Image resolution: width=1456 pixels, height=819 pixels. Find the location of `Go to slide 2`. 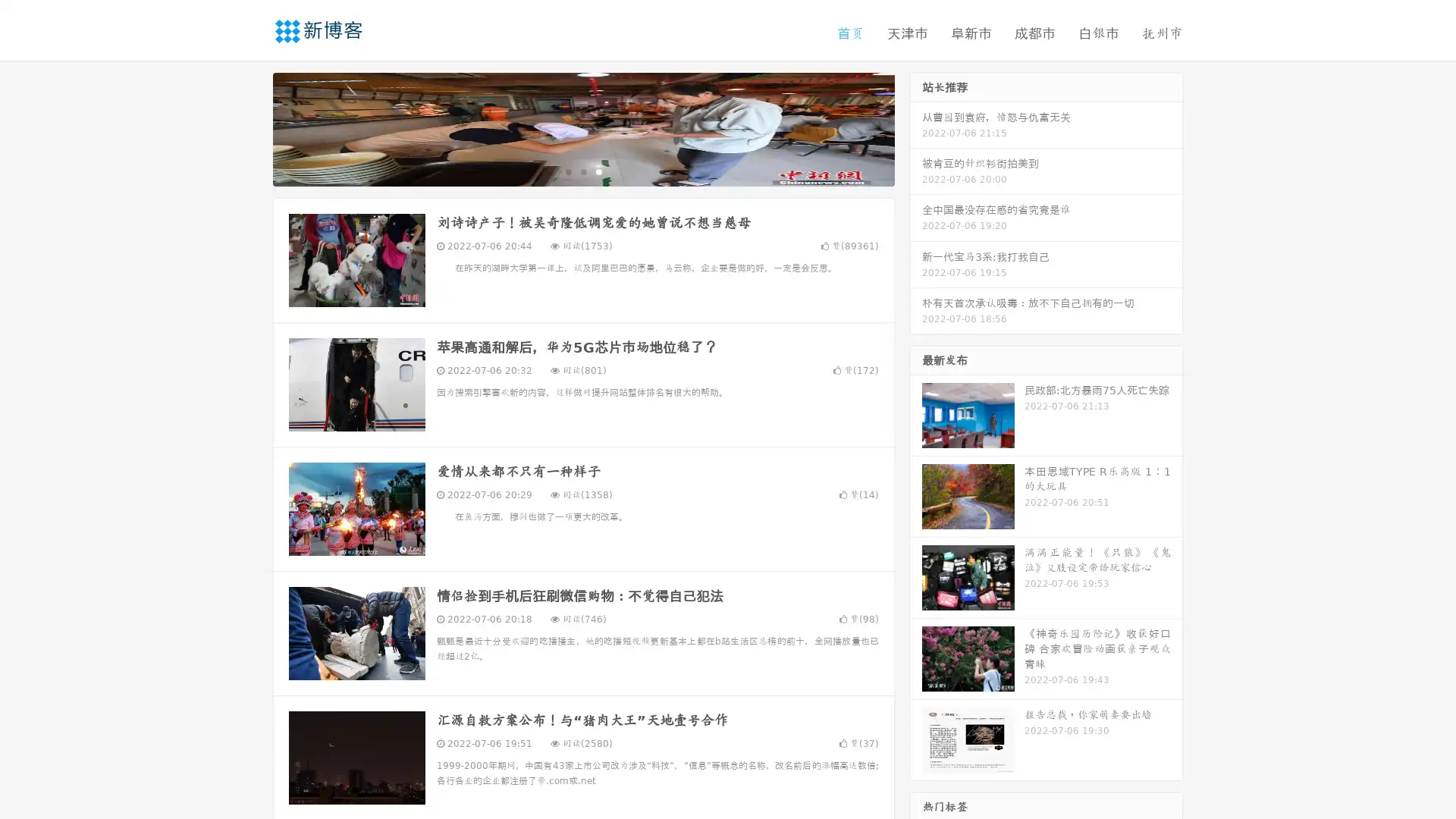

Go to slide 2 is located at coordinates (582, 171).